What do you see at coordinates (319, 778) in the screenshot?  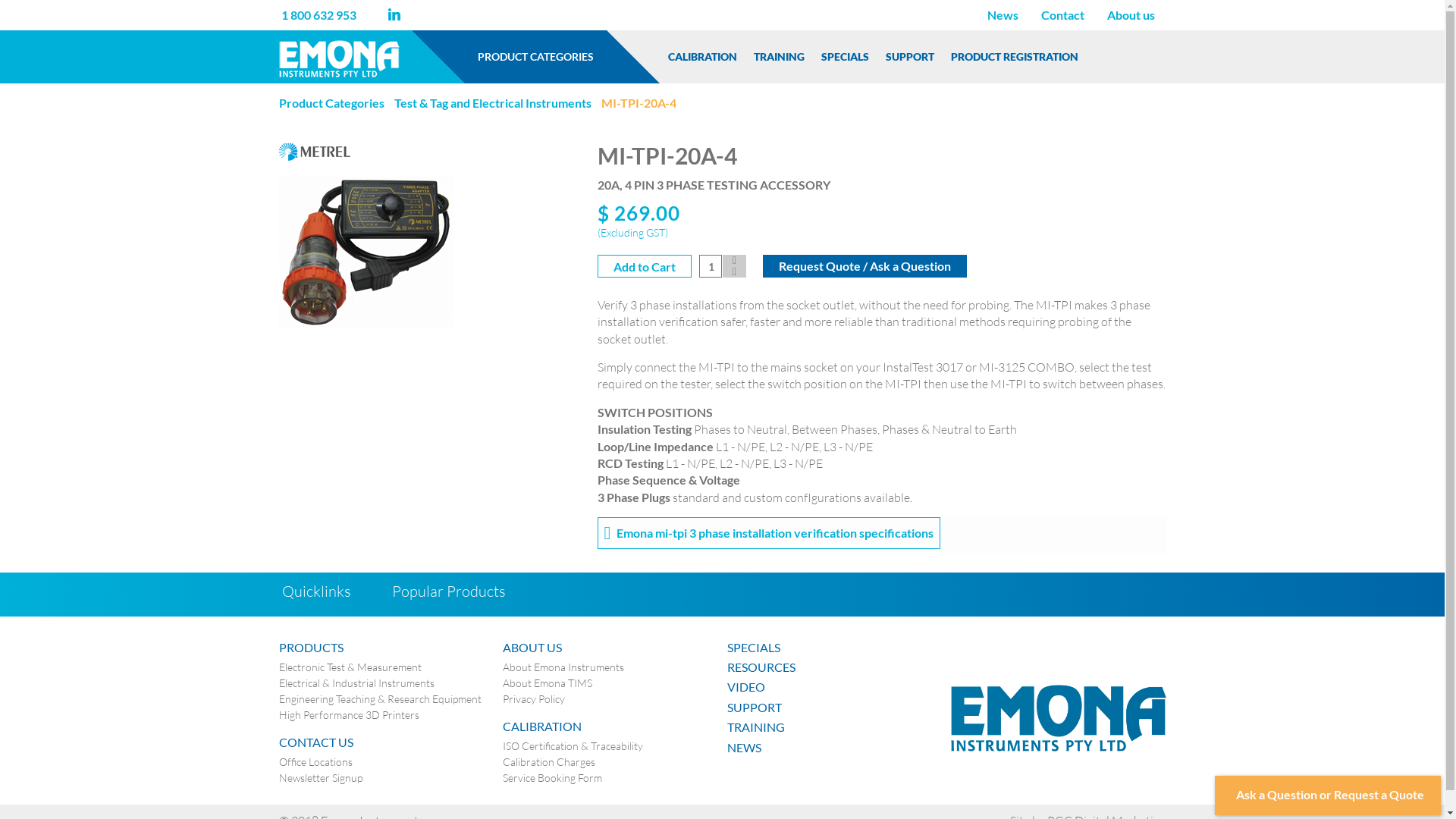 I see `'Newsletter Signup'` at bounding box center [319, 778].